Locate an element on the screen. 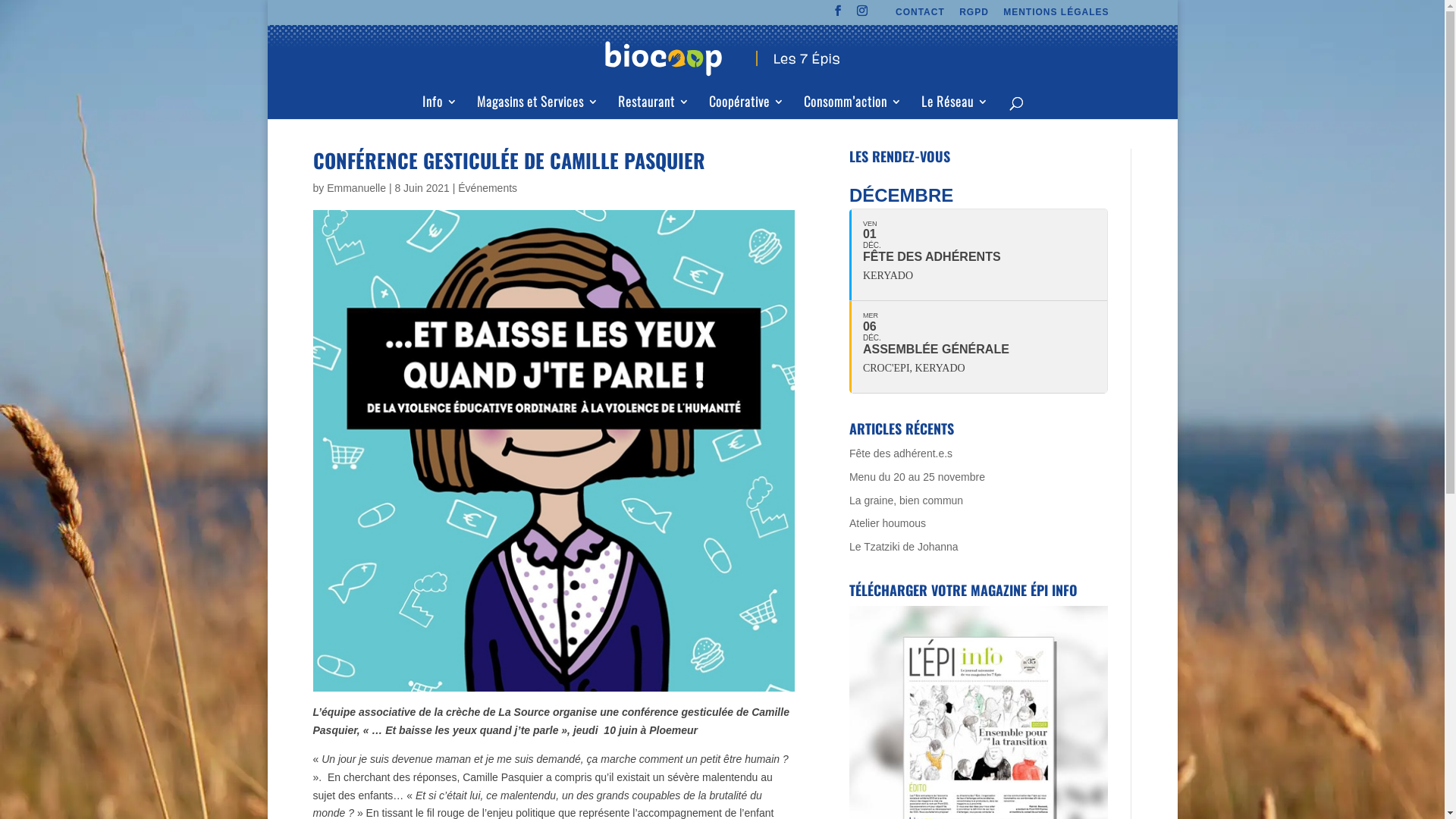 This screenshot has width=1456, height=819. 'Info' is located at coordinates (438, 106).